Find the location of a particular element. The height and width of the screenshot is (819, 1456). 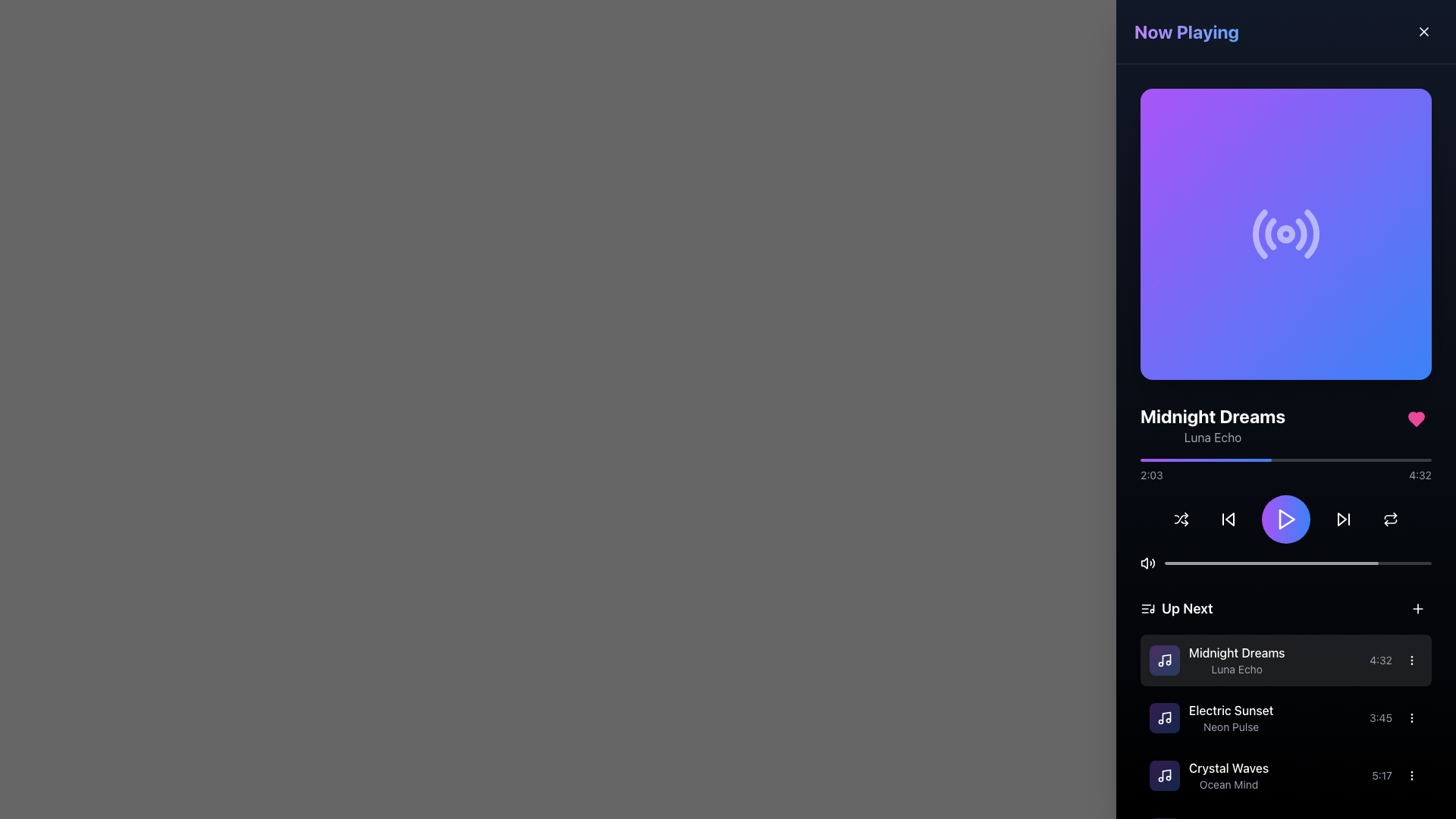

the vertical ellipsis icon adjacent to the 'Electric Sunset' song entry in the 'Up Next' list is located at coordinates (1411, 717).